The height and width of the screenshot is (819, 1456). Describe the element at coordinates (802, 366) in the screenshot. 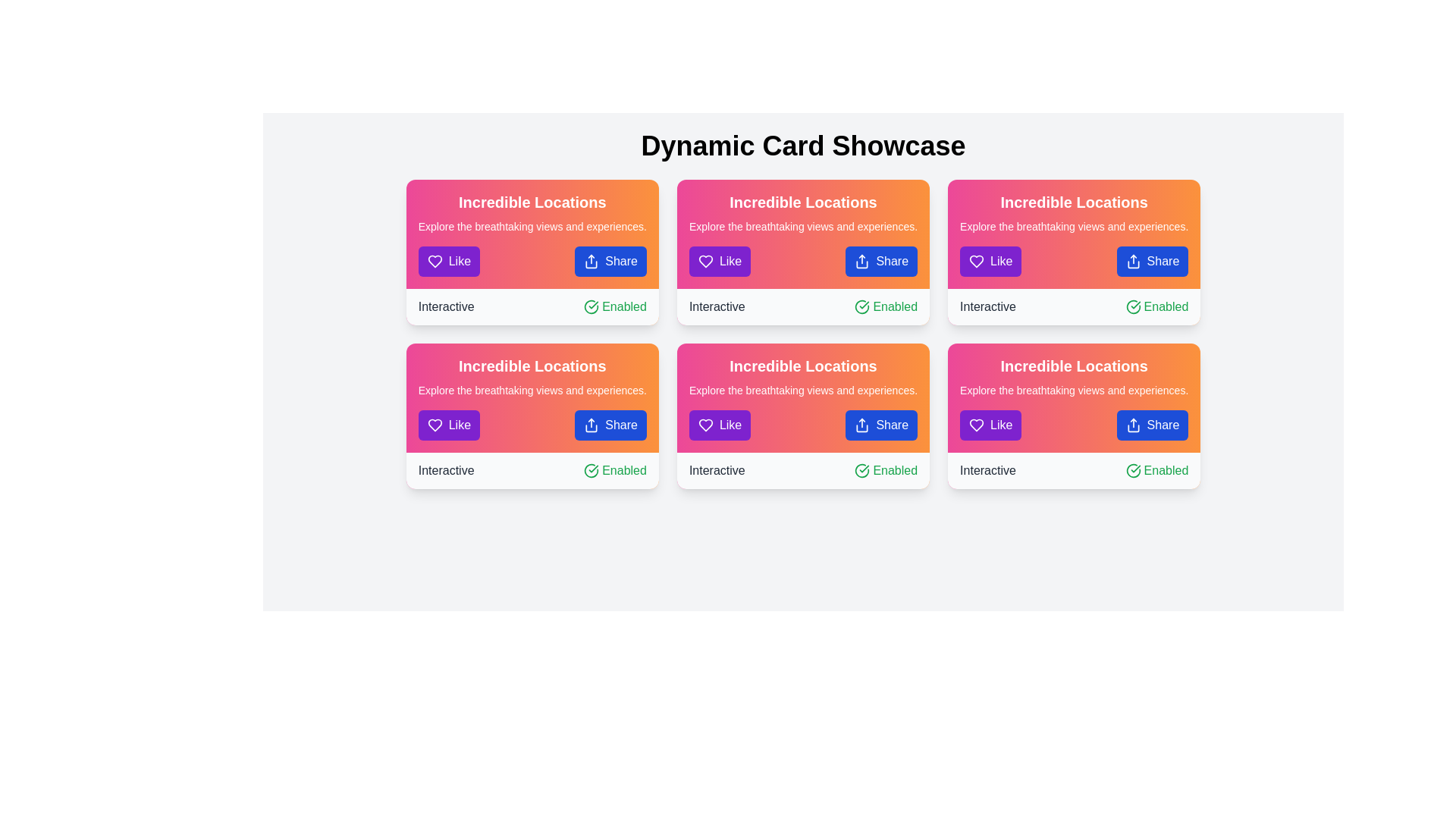

I see `the main title text label at the top of the card, which summarizes the key idea of the card's content` at that location.